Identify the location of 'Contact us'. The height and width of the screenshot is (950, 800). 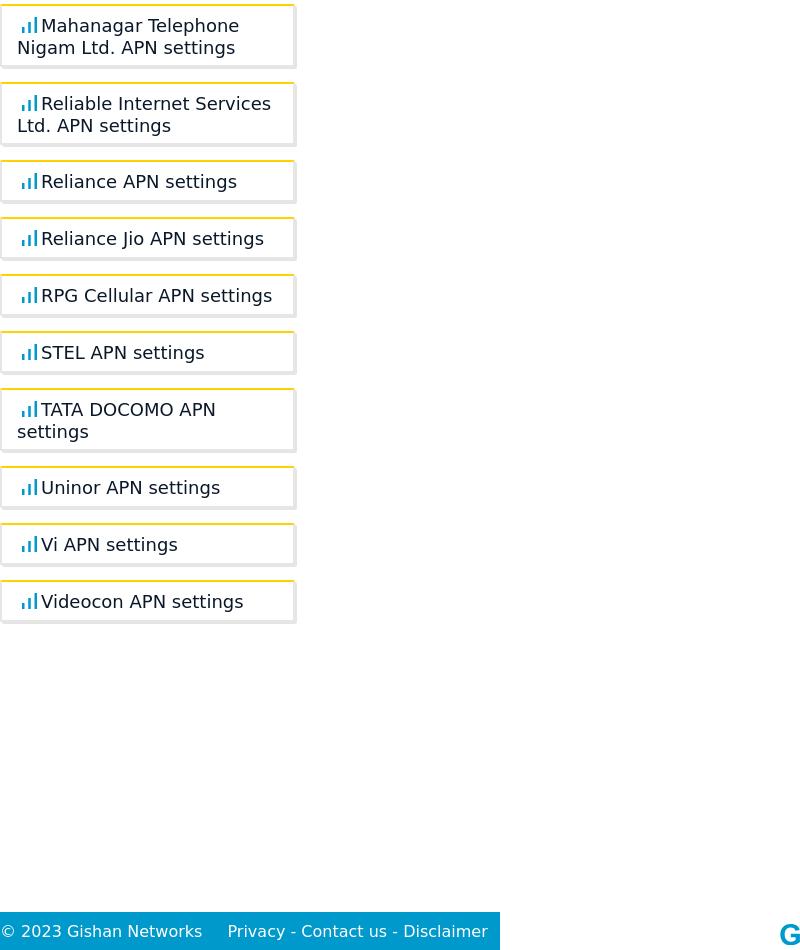
(344, 930).